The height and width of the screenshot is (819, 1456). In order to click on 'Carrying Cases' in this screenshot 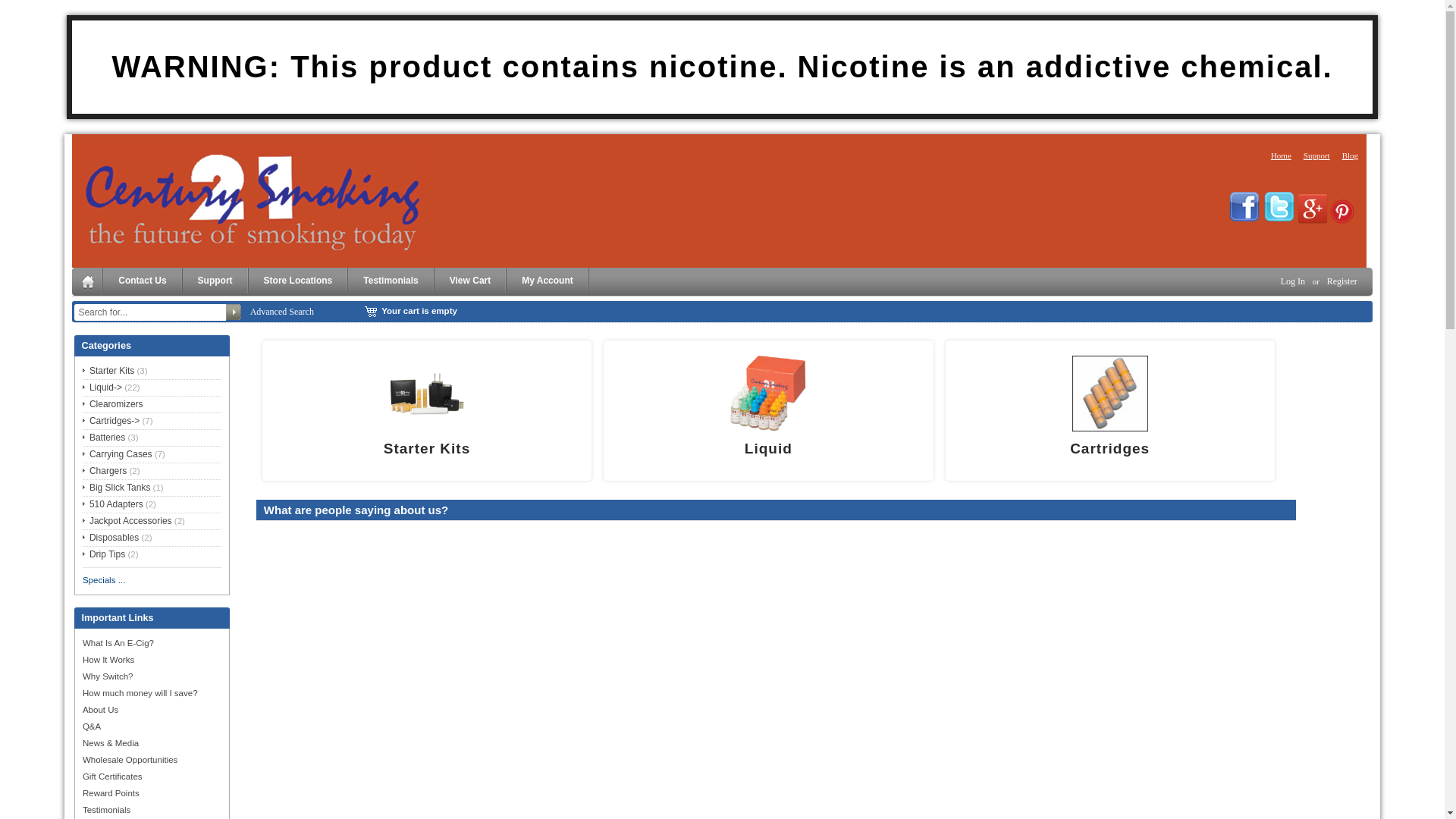, I will do `click(116, 453)`.